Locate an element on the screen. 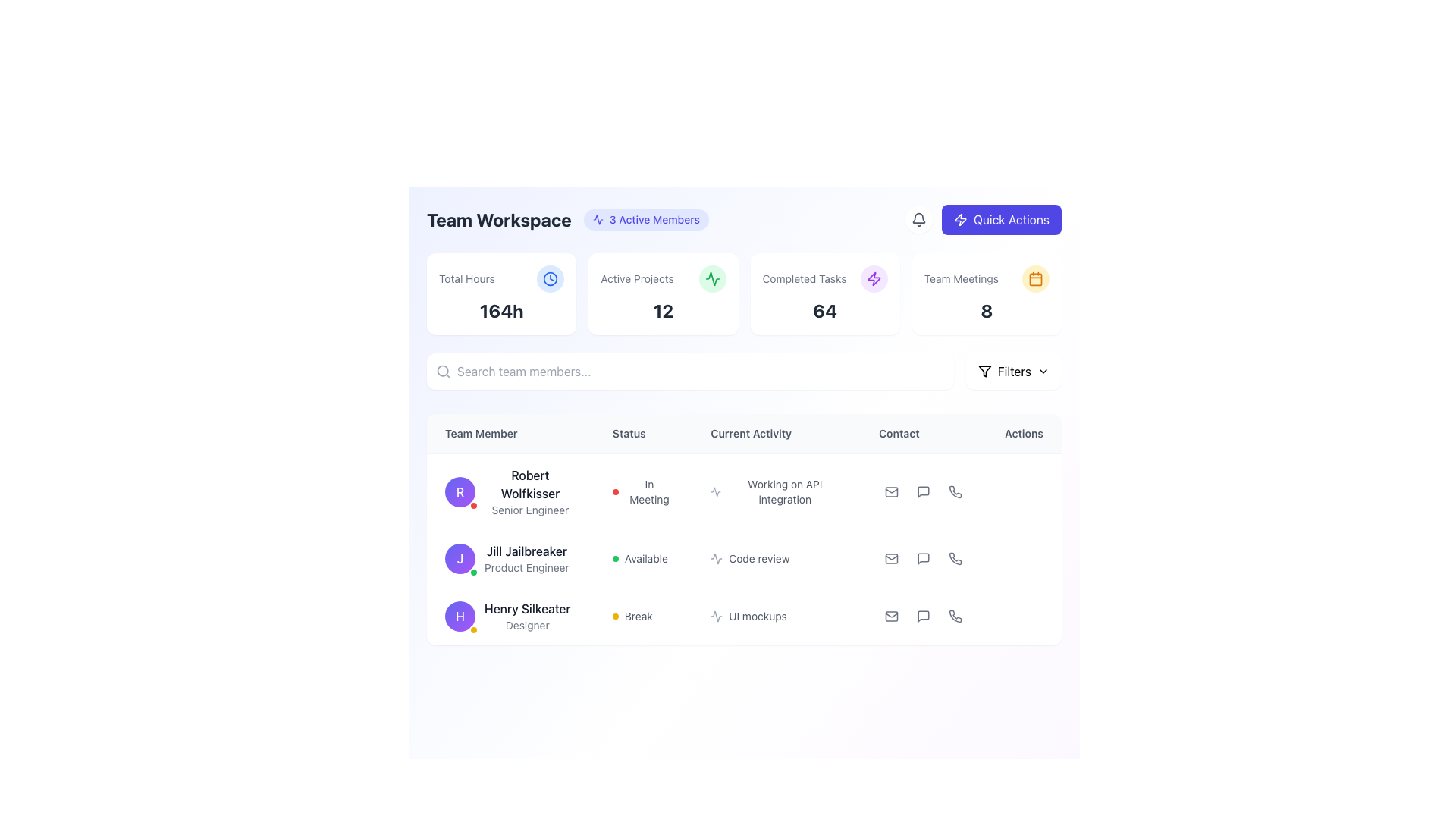 This screenshot has width=1456, height=819. the visual status of the small, circular yellow badge with a white border located at the bottom-right corner of the avatar representing 'Henry Silkeater' in the 'Team Member' column, specifically in the third row is located at coordinates (472, 629).